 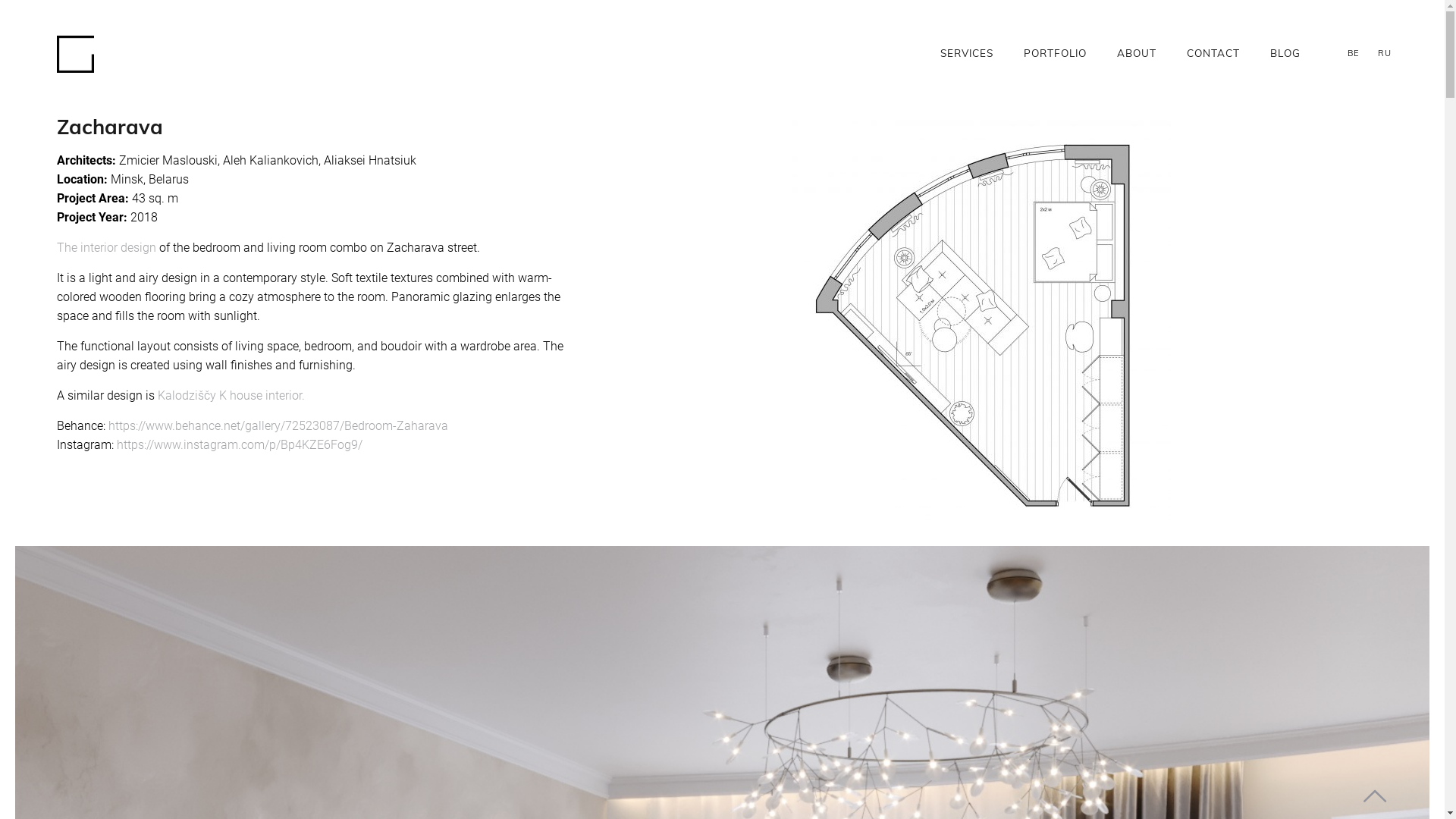 What do you see at coordinates (1354, 52) in the screenshot?
I see `'BE'` at bounding box center [1354, 52].